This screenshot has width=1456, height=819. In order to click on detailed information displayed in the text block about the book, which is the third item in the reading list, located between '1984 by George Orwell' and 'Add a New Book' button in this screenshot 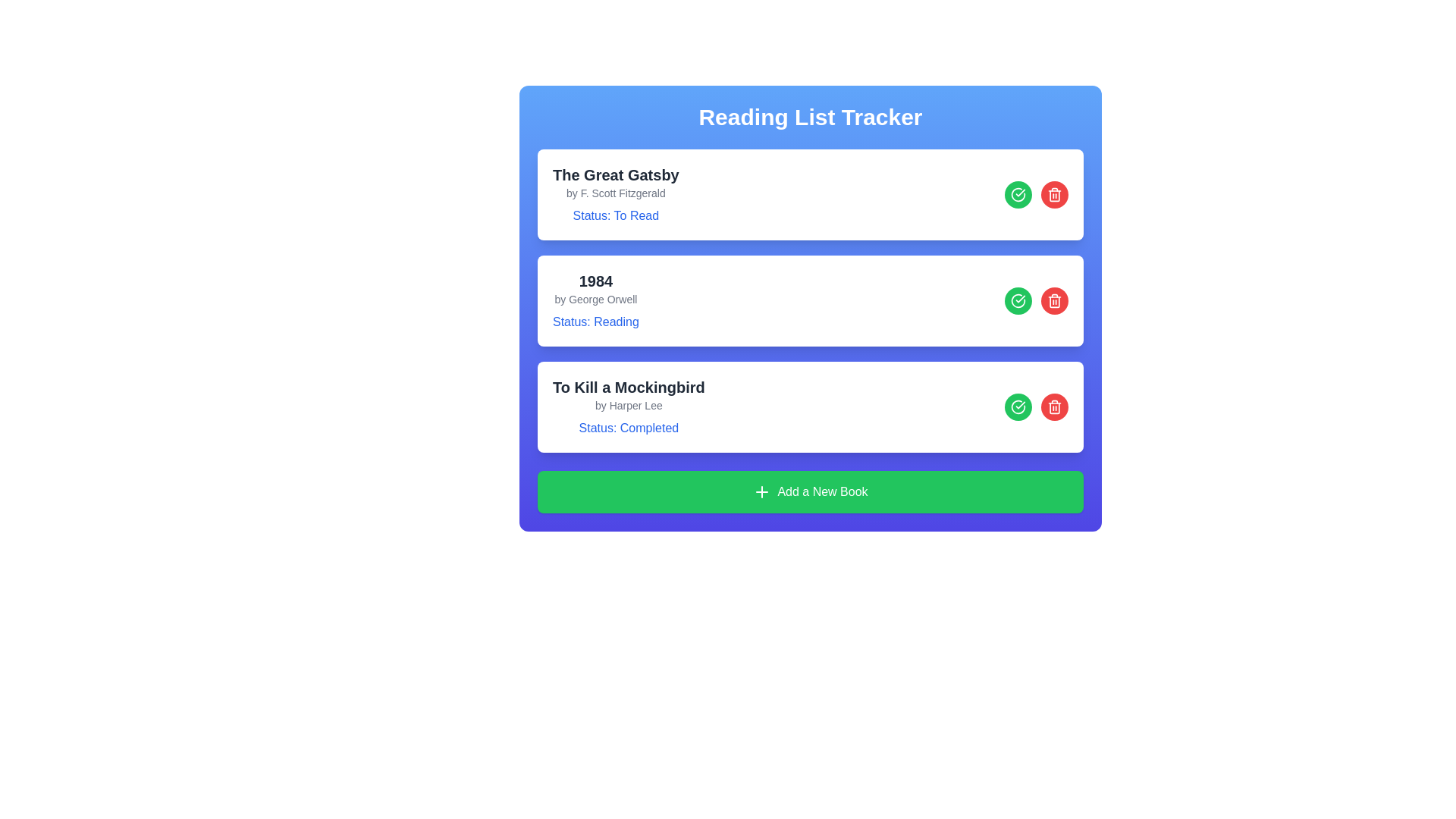, I will do `click(629, 406)`.